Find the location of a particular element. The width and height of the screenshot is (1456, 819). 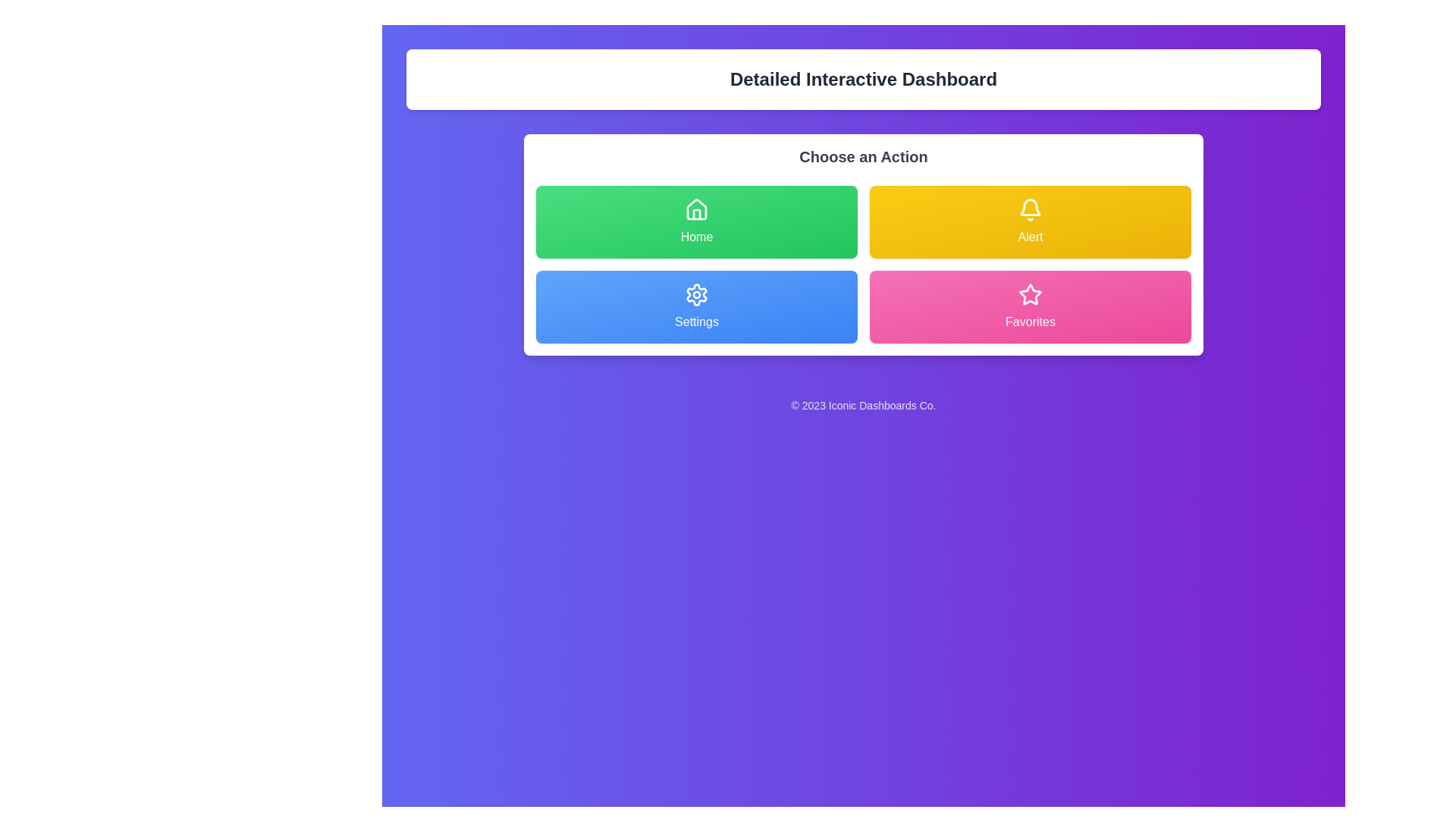

the 'Settings' icon located in the middle of the interface, which serves as a visual representation of the settings functionality is located at coordinates (695, 295).